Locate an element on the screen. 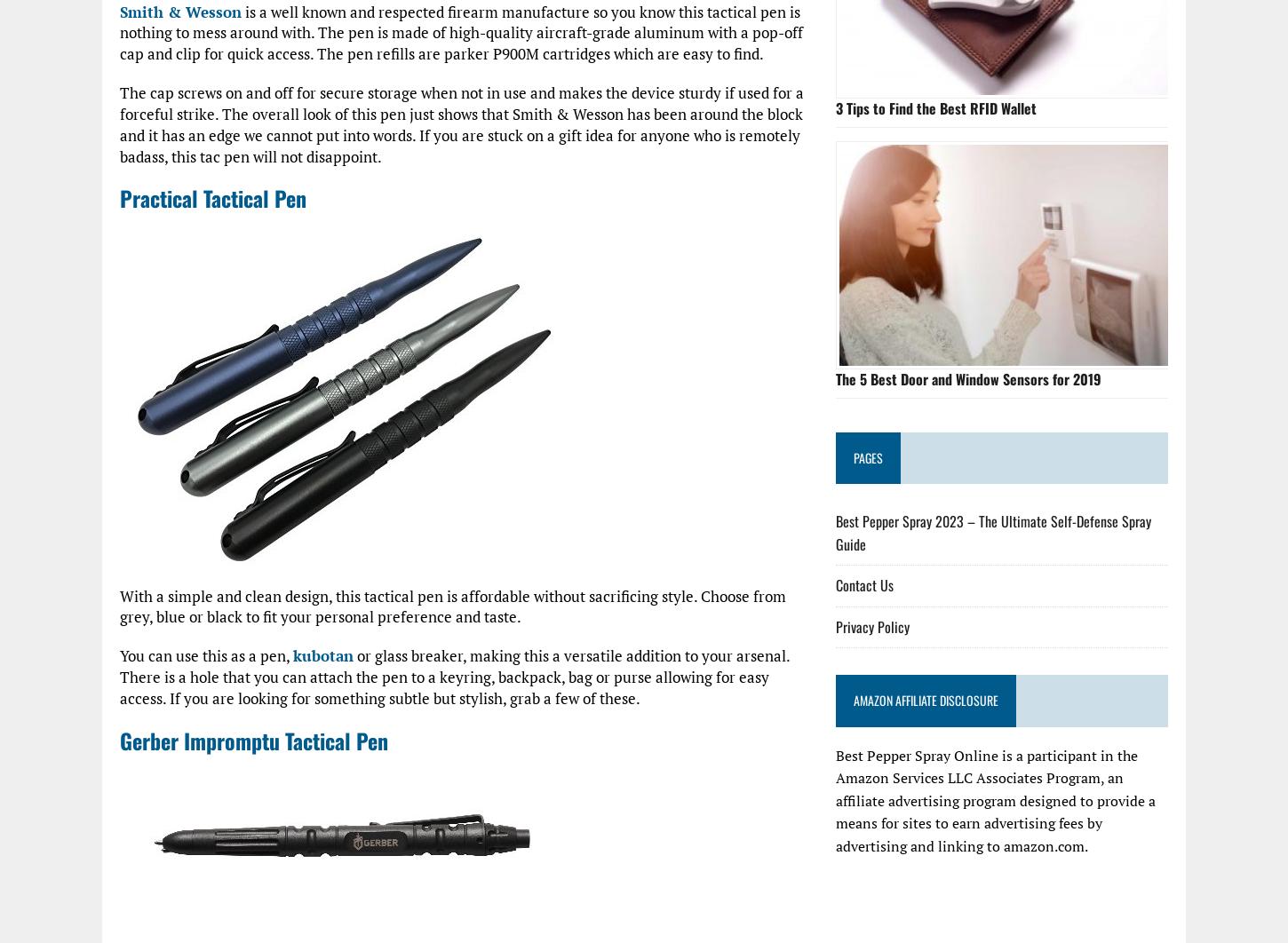 The width and height of the screenshot is (1288, 943). '3 Tips to Find the Best RFID Wallet' is located at coordinates (936, 107).